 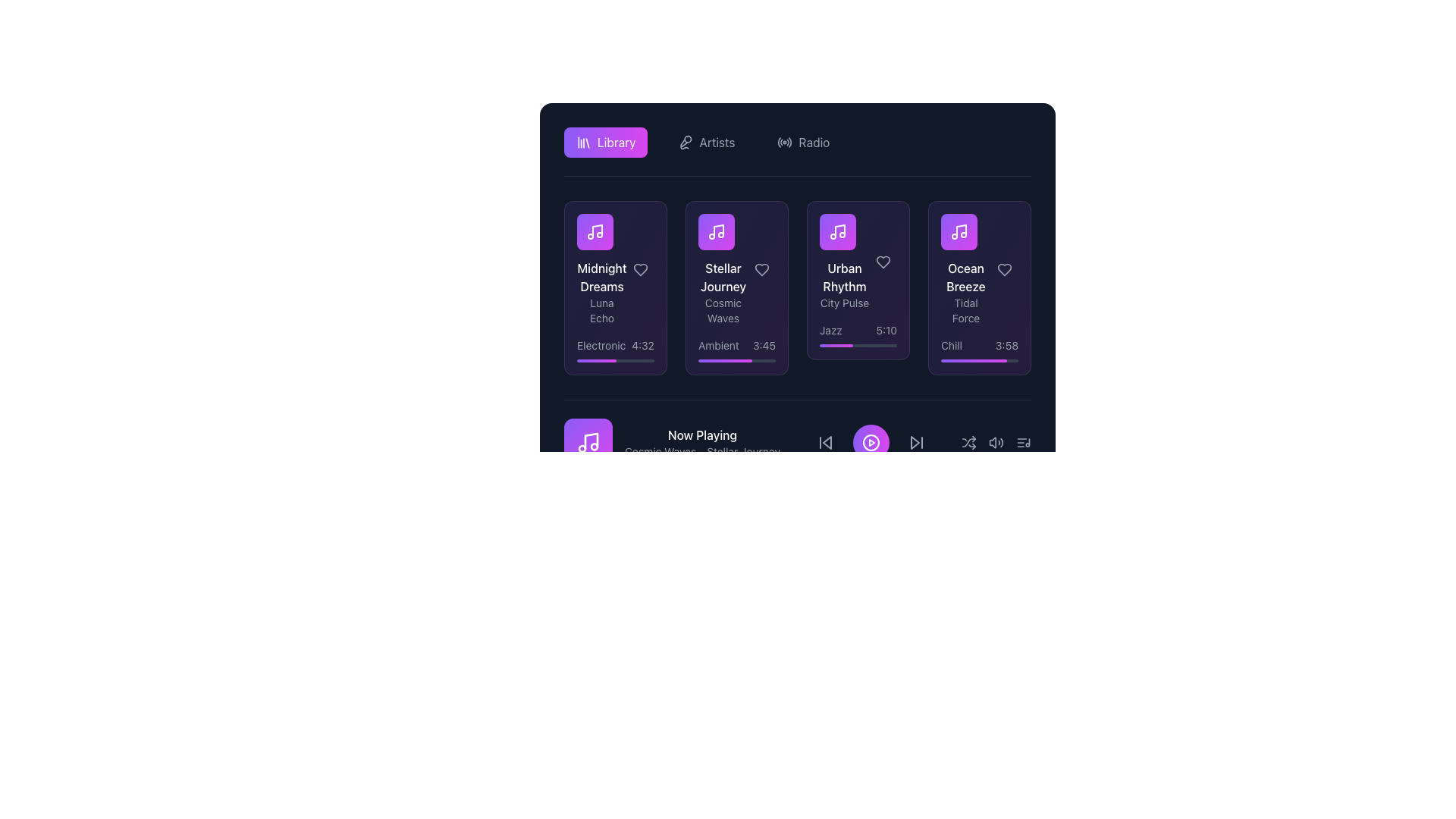 What do you see at coordinates (968, 442) in the screenshot?
I see `the shuffle mode toggle button located on the leftmost side of the Now Playing control bar to change the icon's color` at bounding box center [968, 442].